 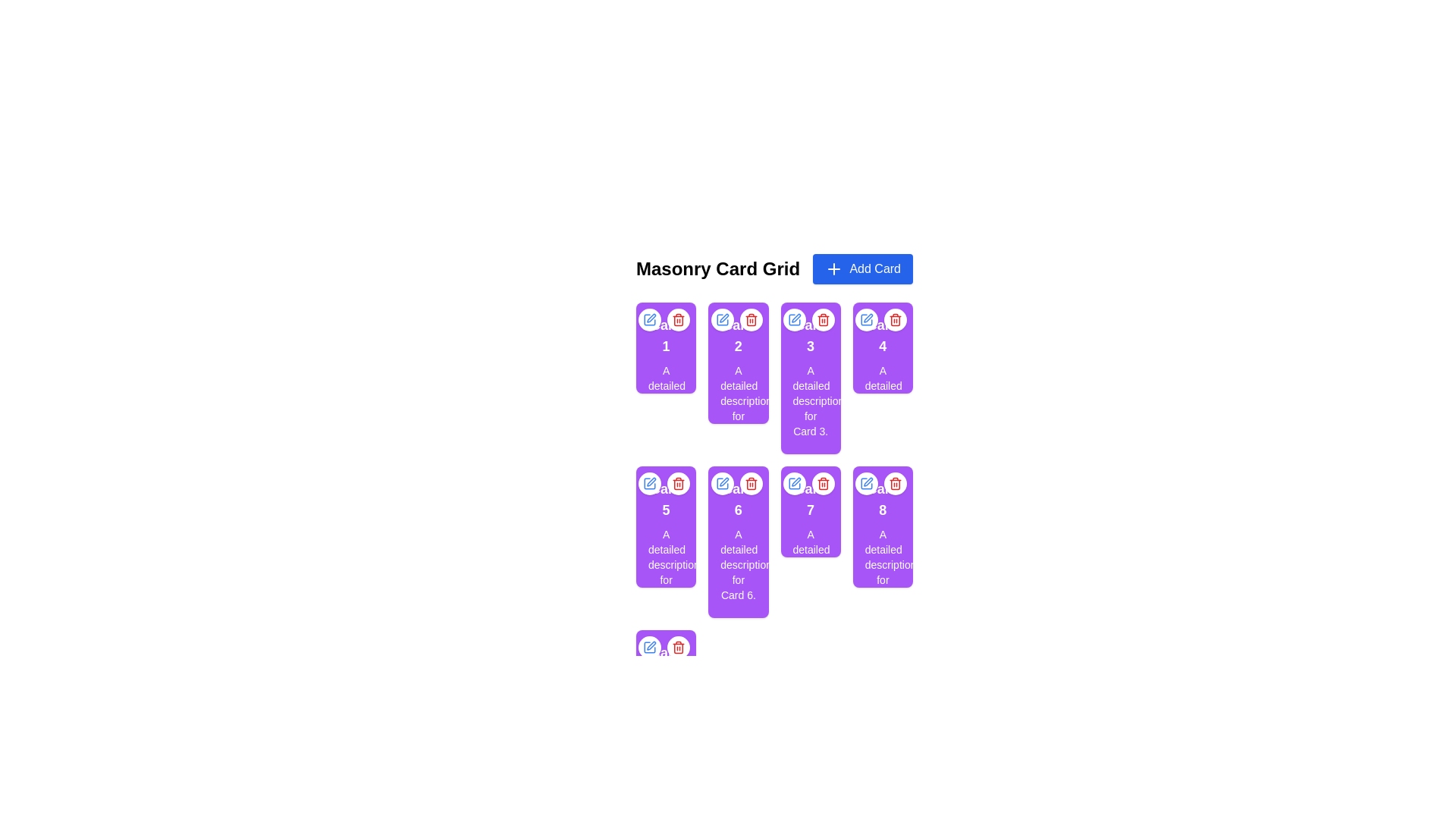 What do you see at coordinates (793, 318) in the screenshot?
I see `the blue square pen icon located in the top-left corner of the card labeled '3' to initiate editing` at bounding box center [793, 318].